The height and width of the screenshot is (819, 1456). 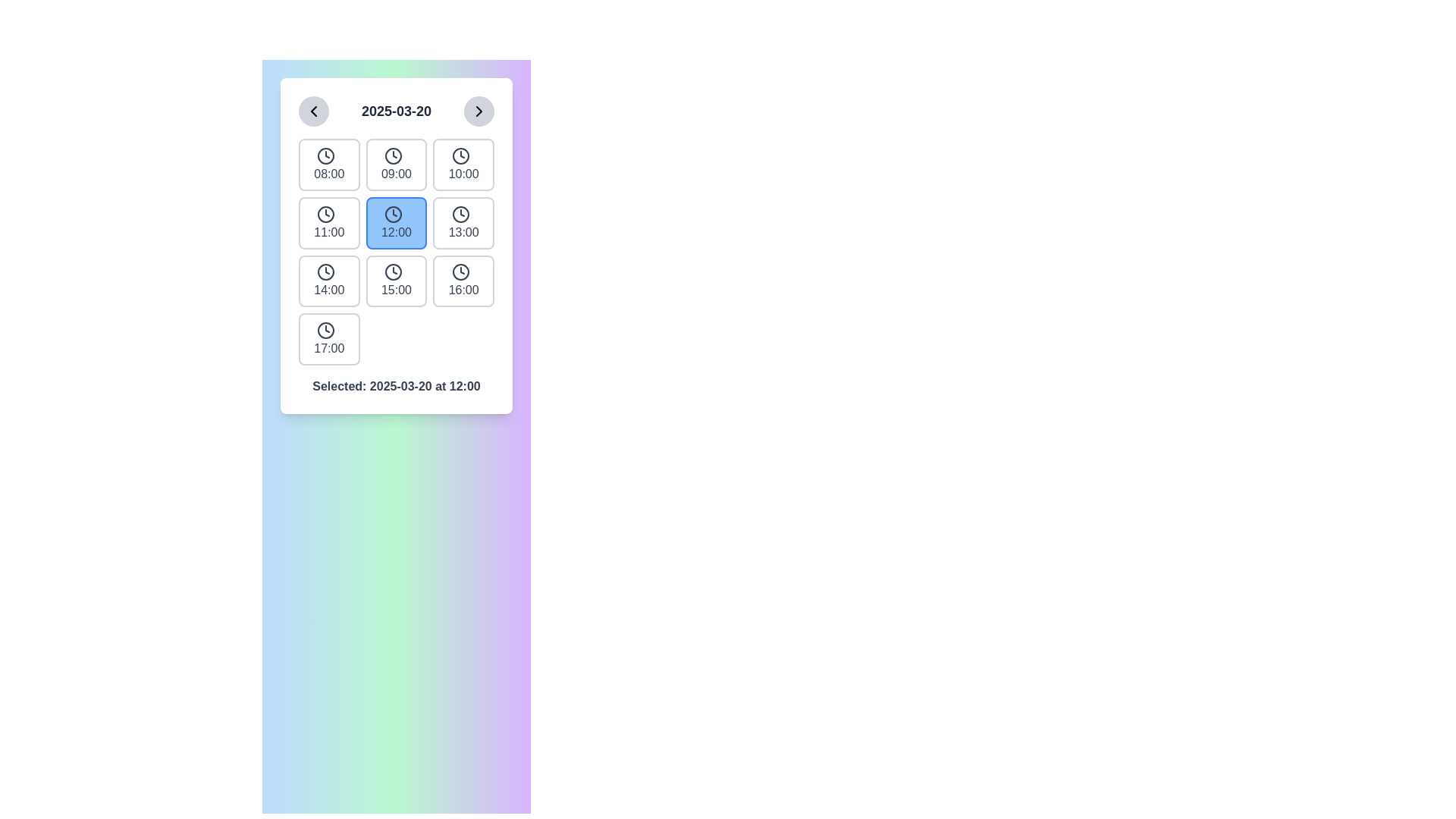 What do you see at coordinates (312, 110) in the screenshot?
I see `the navigational icon within the rounded button located in the top-left corner of the date selection interface to go to the previous date` at bounding box center [312, 110].